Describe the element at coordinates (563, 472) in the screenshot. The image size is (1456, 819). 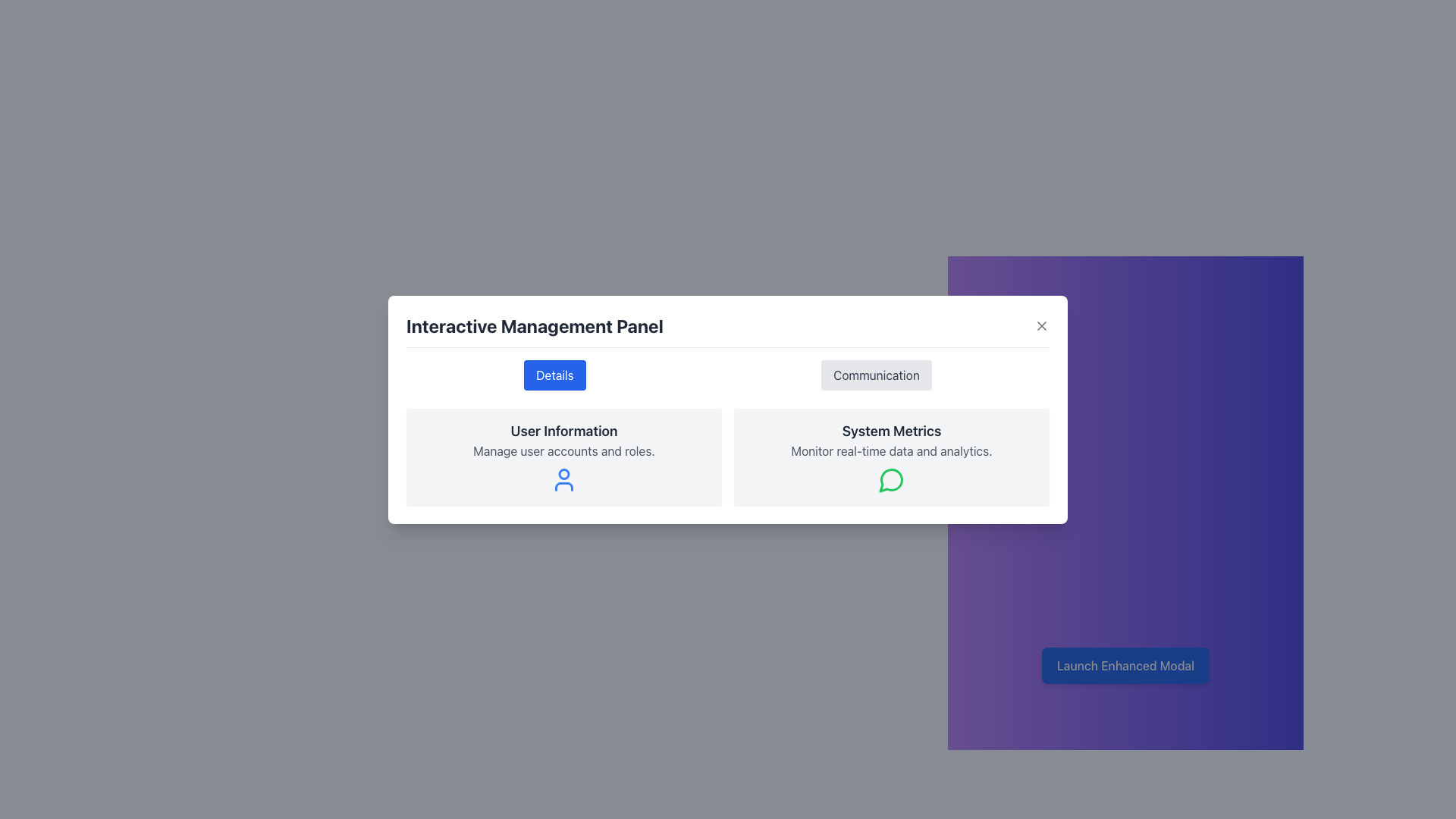
I see `the SVG Circle Element that is part of the user icon located beneath the 'User Information' text in the 'Details' section` at that location.